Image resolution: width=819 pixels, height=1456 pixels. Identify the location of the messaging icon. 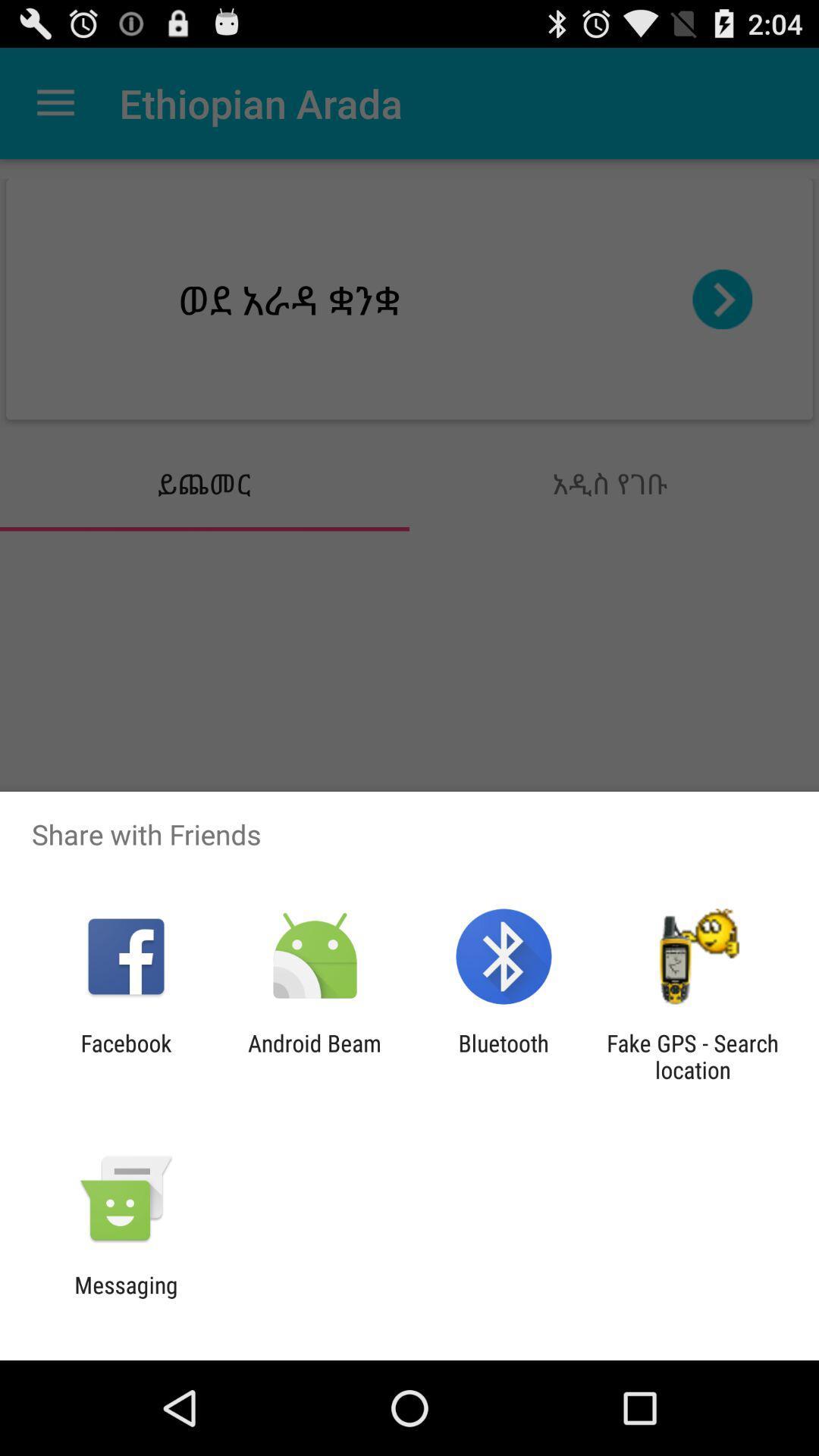
(125, 1298).